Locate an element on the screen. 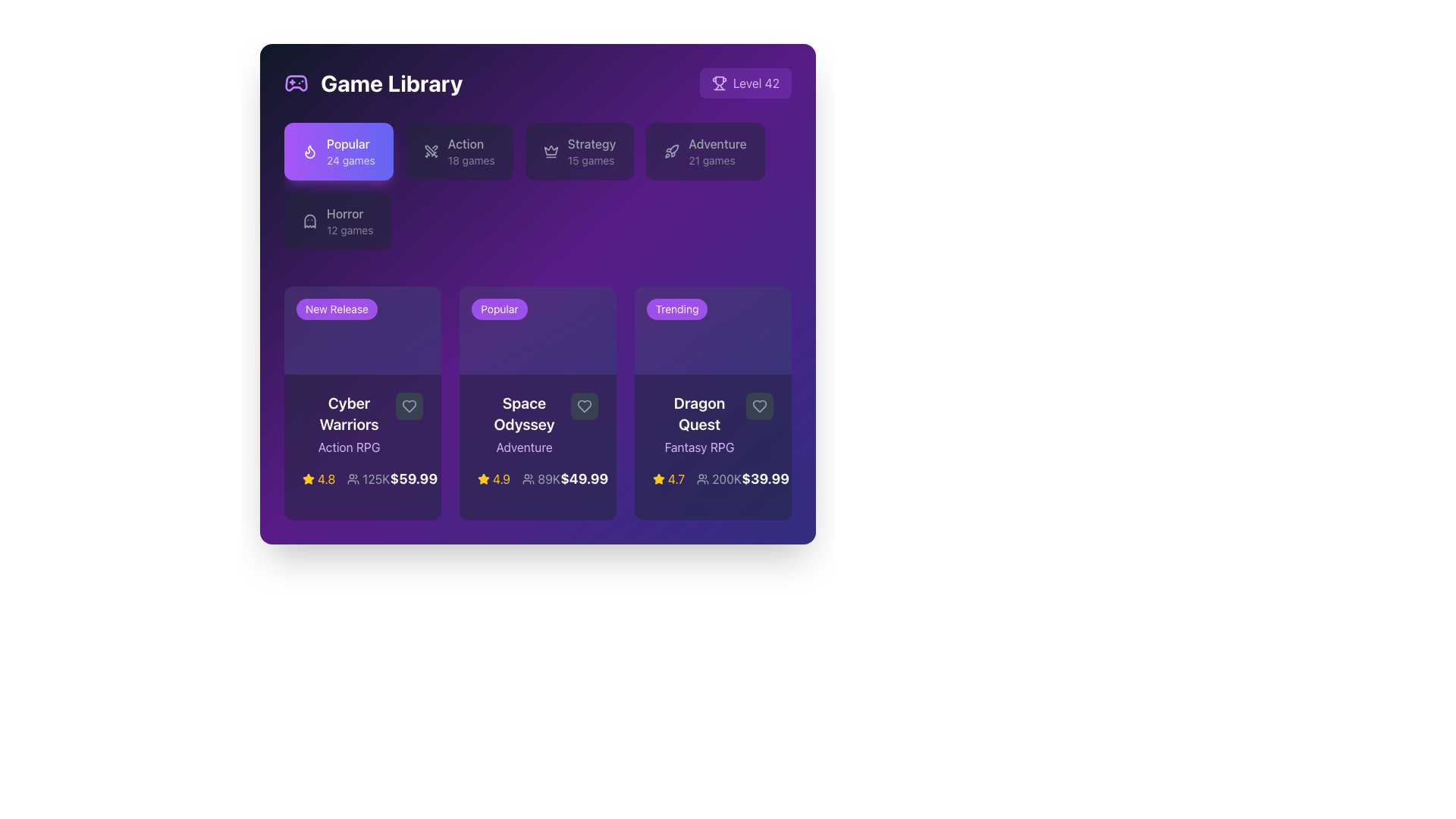 The height and width of the screenshot is (819, 1456). the 'Game Library' headline element, which features large, bold white text and a purple gamepad icon on its left, located in the upper-left section of the interface is located at coordinates (373, 83).